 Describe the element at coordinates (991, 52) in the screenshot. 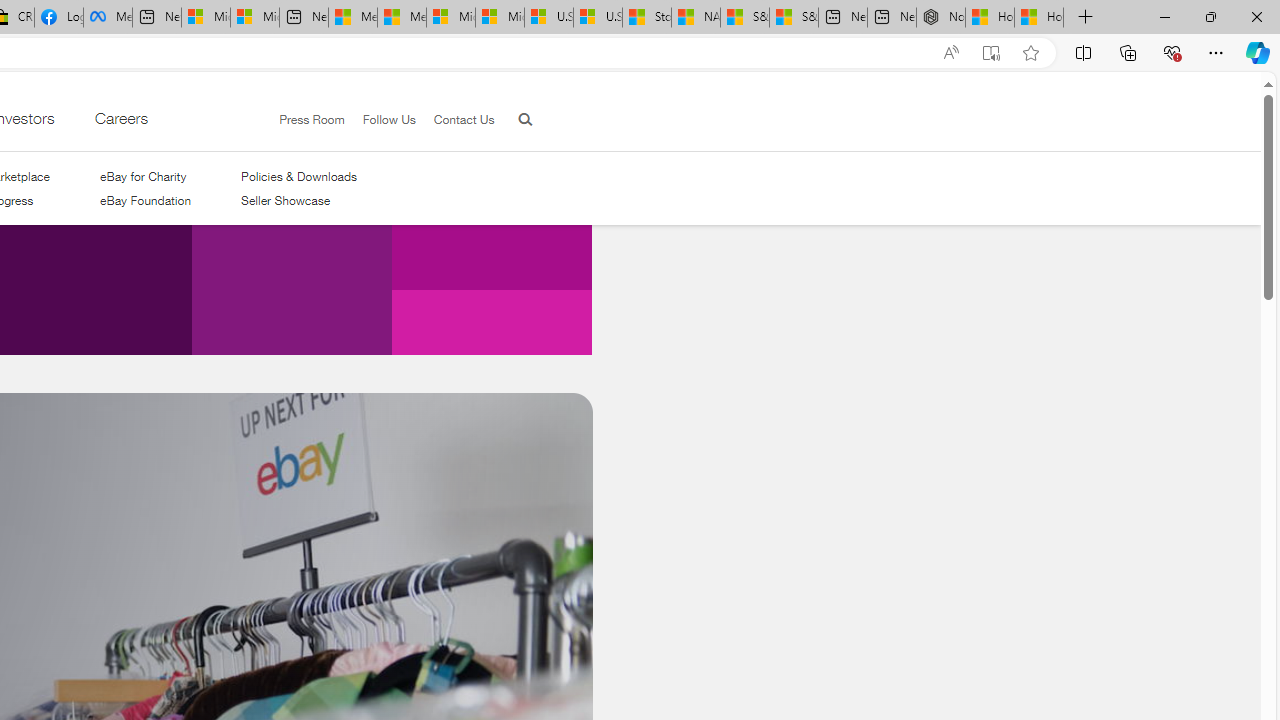

I see `'Enter Immersive Reader (F9)'` at that location.